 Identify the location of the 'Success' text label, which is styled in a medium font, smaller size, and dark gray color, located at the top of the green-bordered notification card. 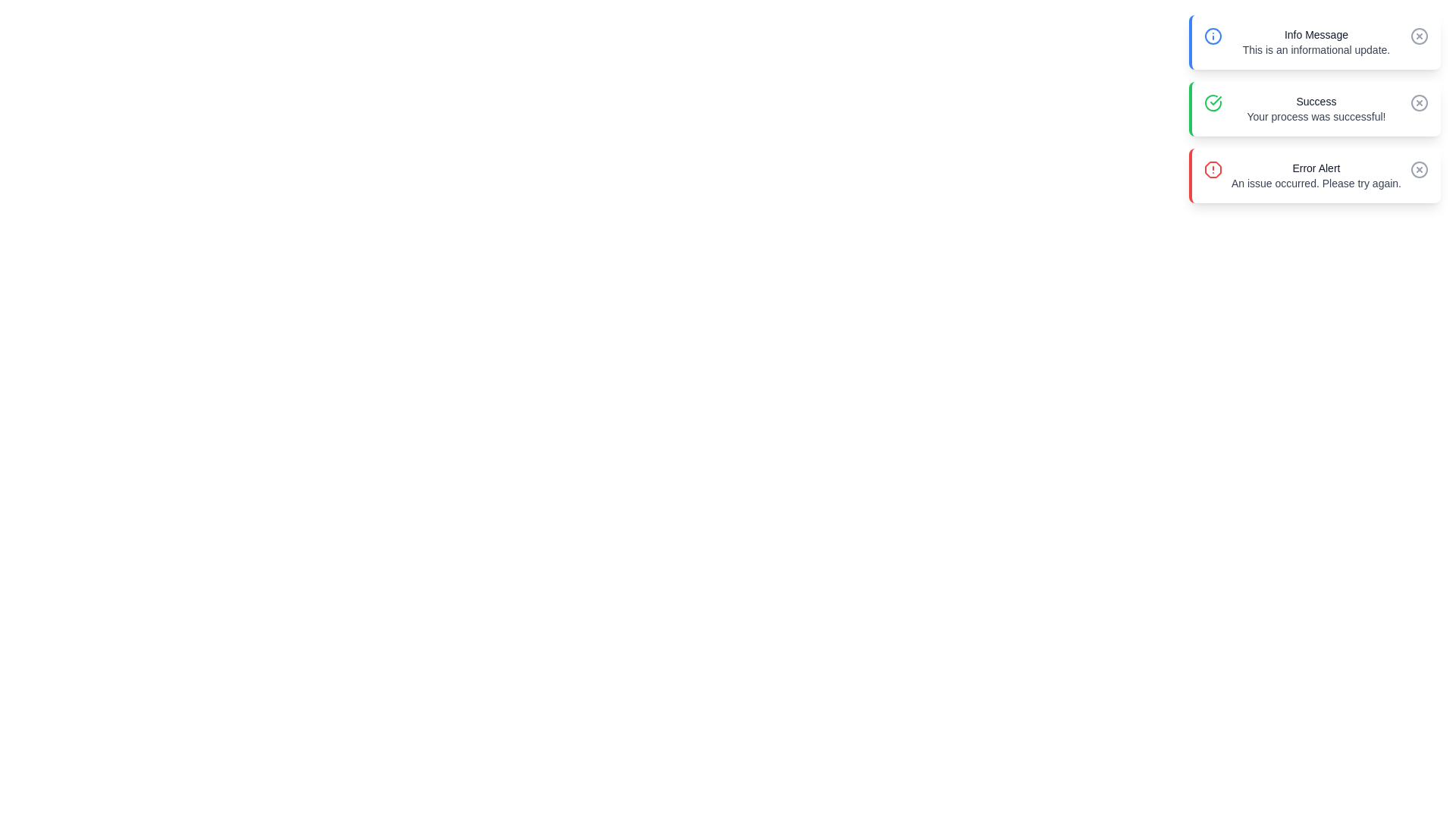
(1315, 102).